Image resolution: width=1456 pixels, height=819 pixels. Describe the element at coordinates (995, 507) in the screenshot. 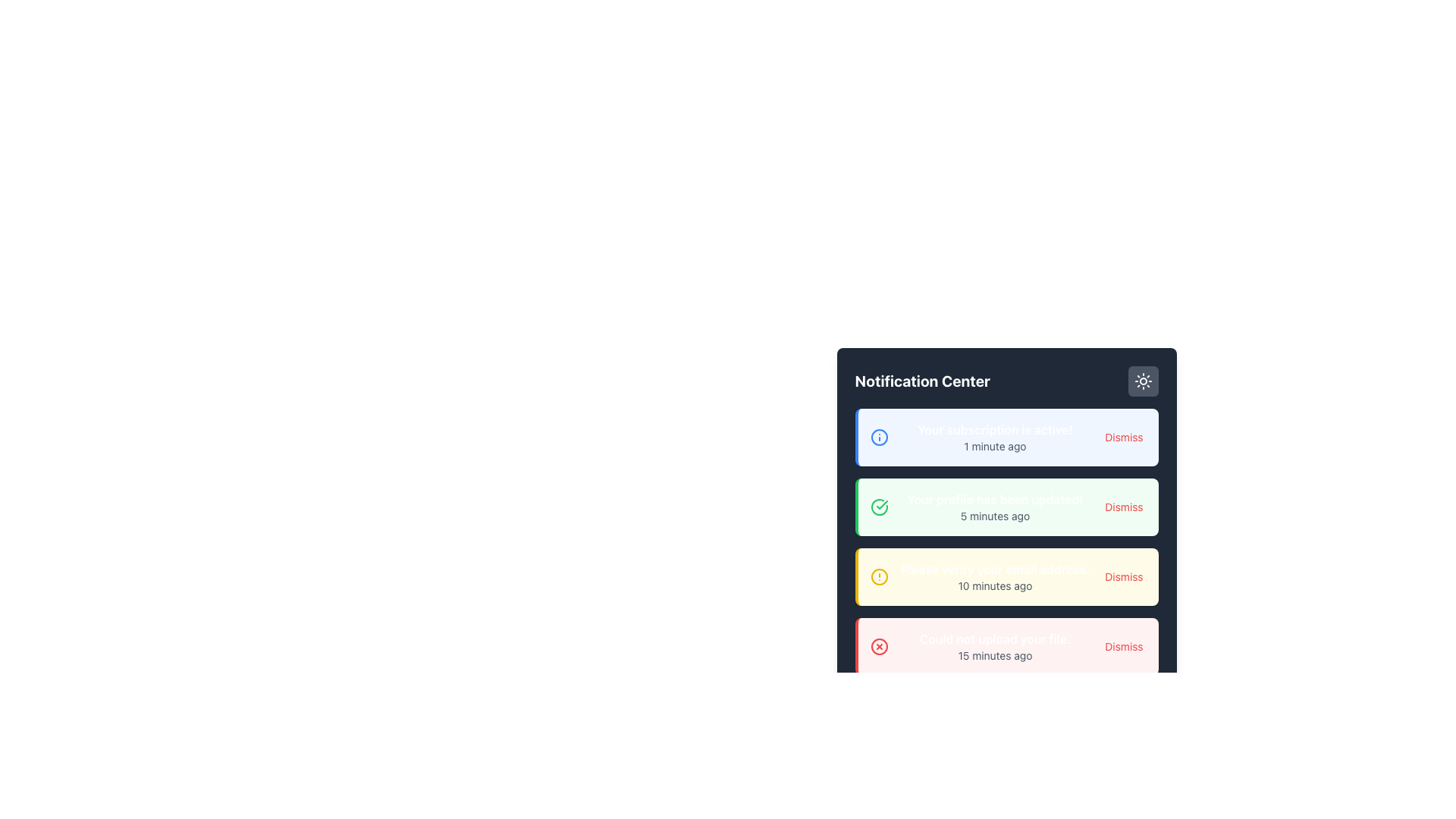

I see `notification message in the text element located in the second row of the notifications panel, which informs users about a recent profile update` at that location.